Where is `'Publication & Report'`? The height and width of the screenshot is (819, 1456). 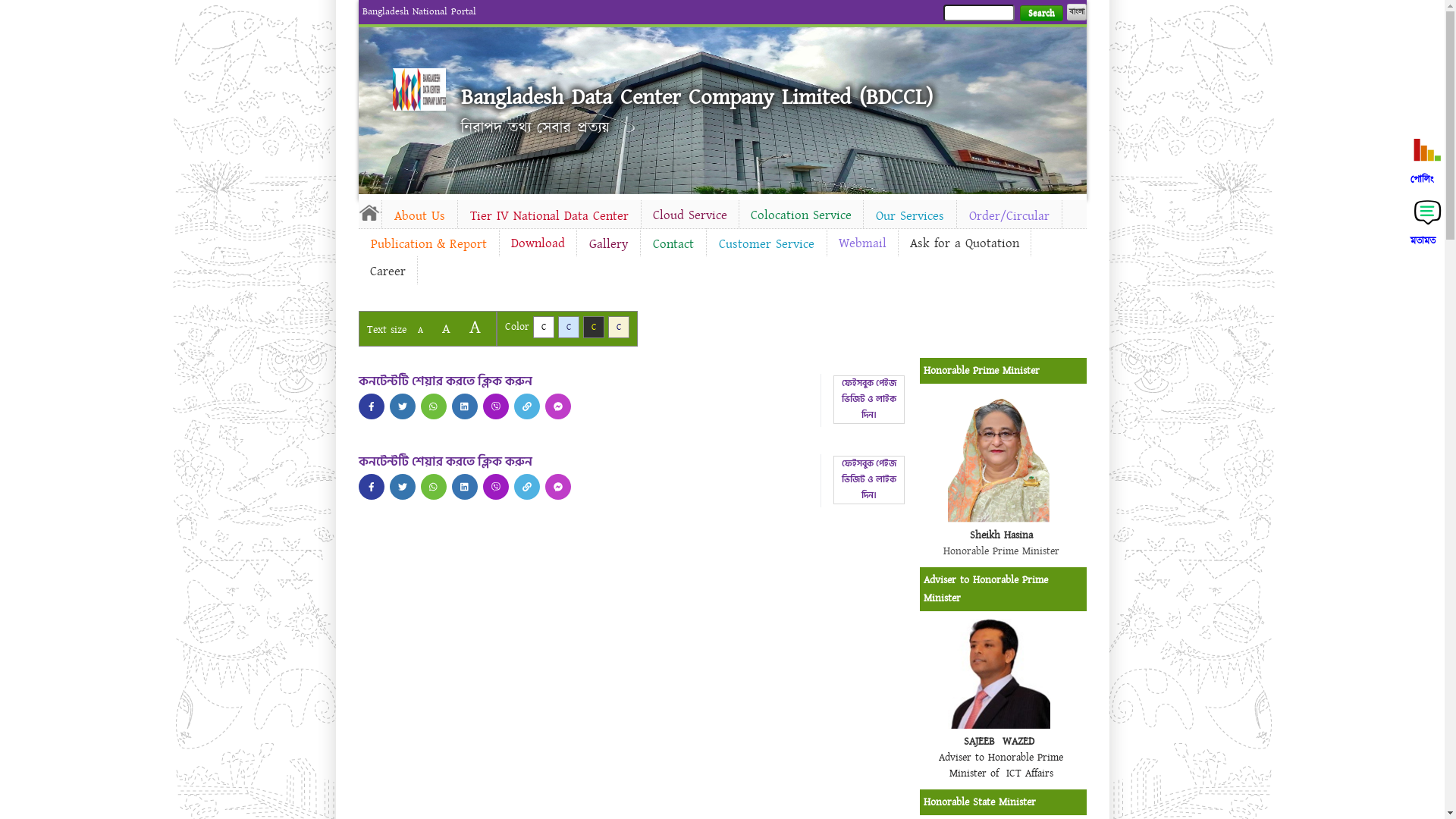
'Publication & Report' is located at coordinates (356, 243).